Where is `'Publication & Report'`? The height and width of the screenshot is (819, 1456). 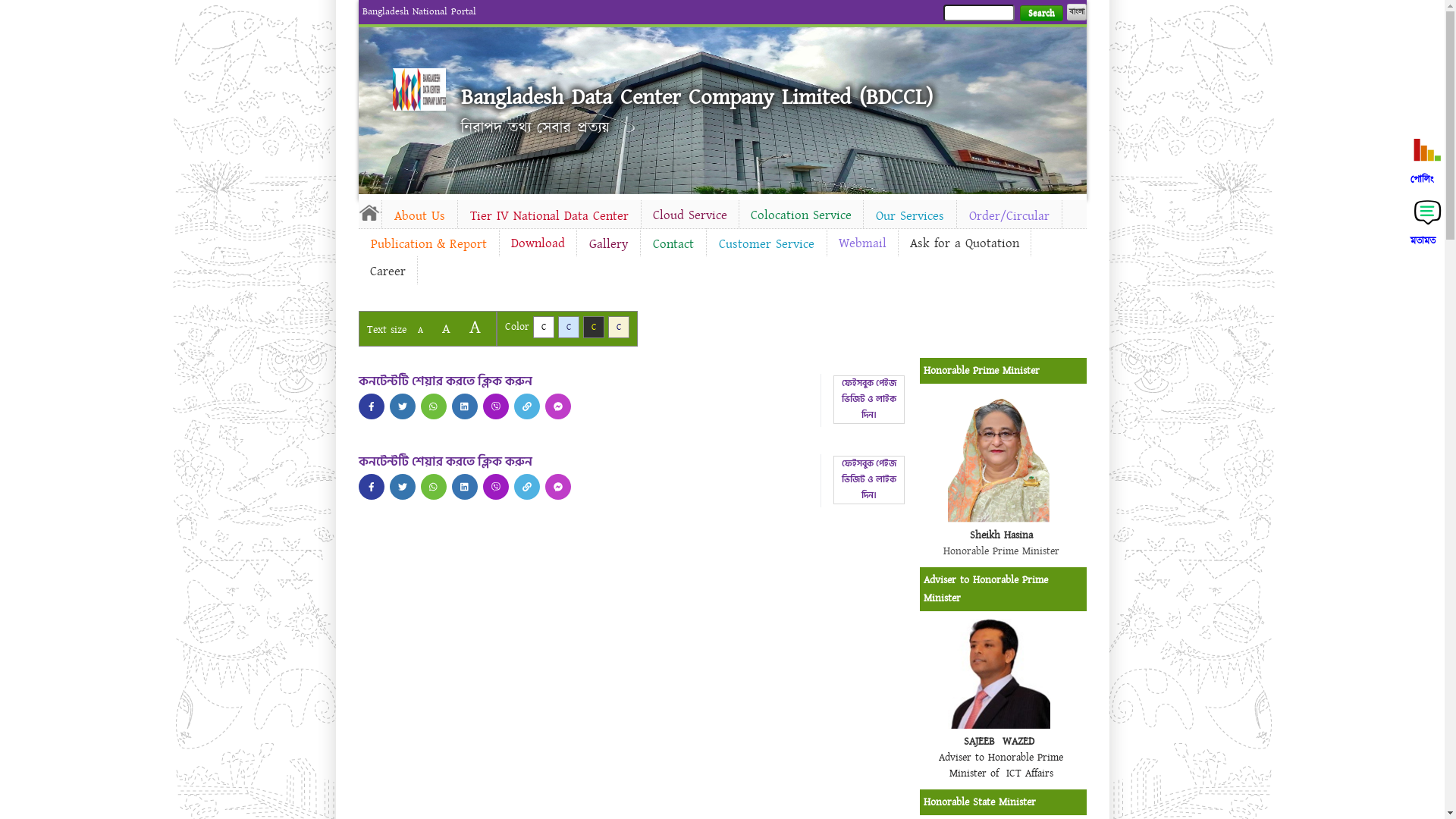
'Publication & Report' is located at coordinates (356, 243).